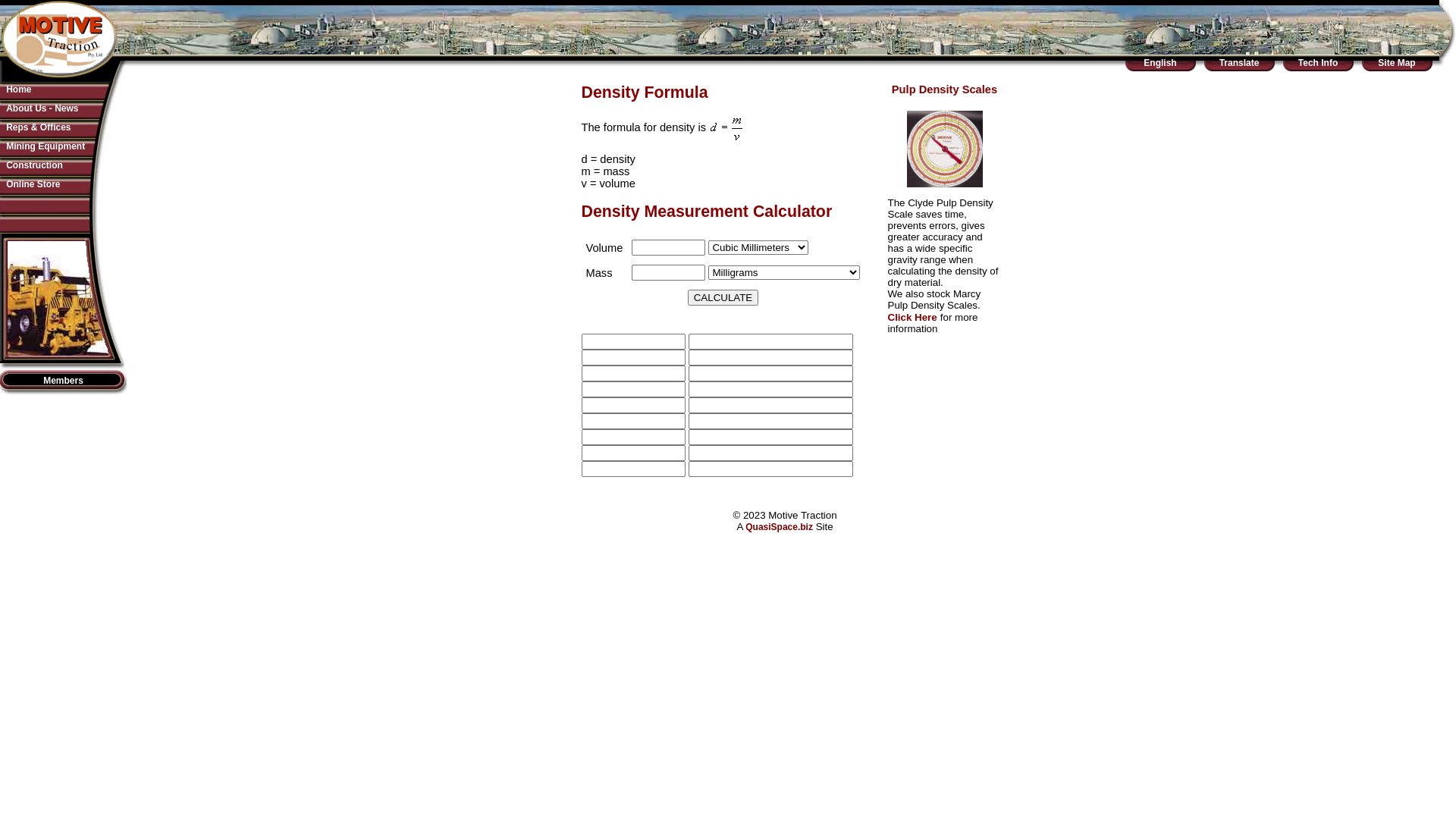  I want to click on 'Translate', so click(1239, 62).